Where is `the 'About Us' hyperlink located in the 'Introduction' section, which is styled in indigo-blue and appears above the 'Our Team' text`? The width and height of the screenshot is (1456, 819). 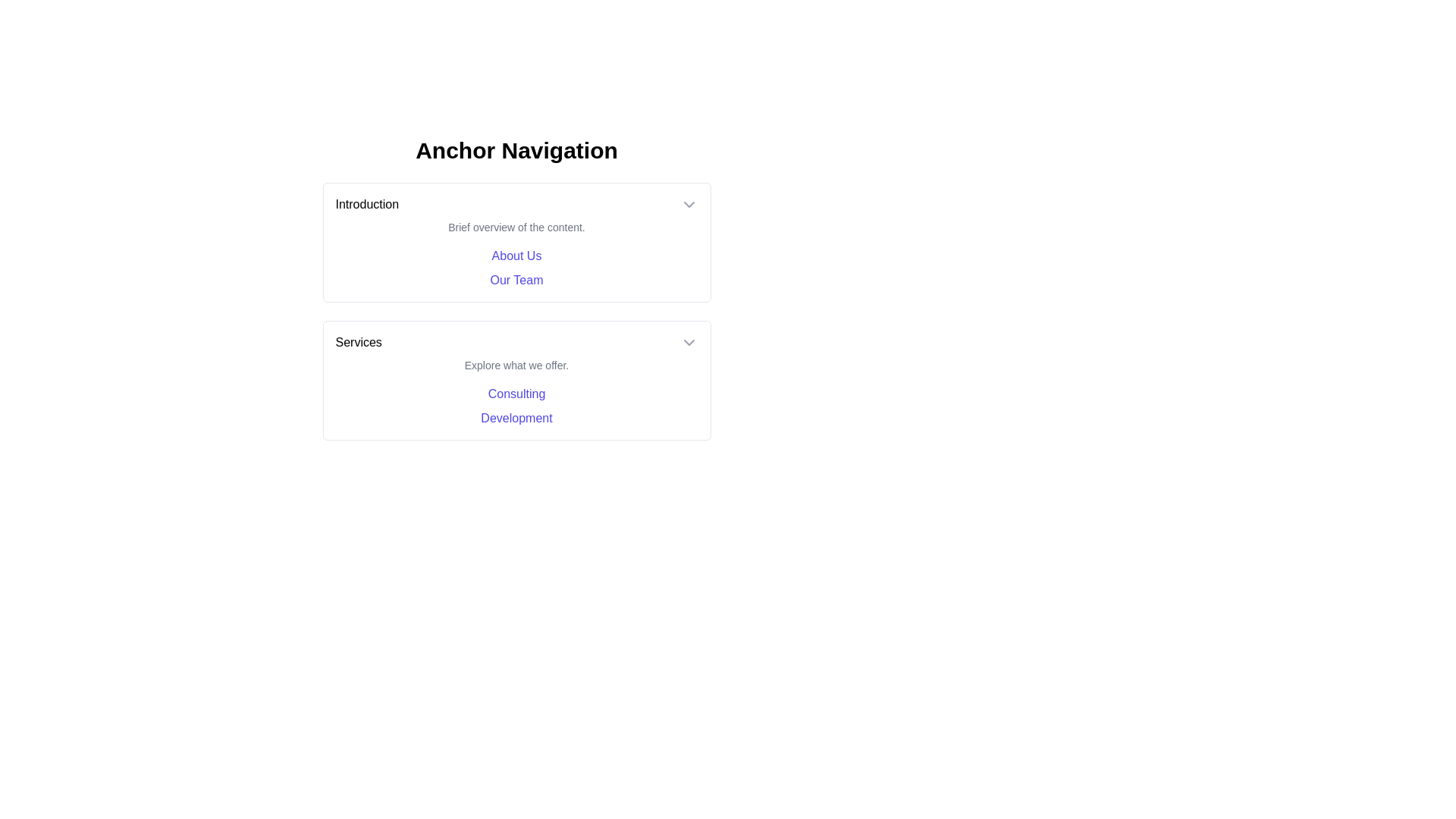
the 'About Us' hyperlink located in the 'Introduction' section, which is styled in indigo-blue and appears above the 'Our Team' text is located at coordinates (516, 256).